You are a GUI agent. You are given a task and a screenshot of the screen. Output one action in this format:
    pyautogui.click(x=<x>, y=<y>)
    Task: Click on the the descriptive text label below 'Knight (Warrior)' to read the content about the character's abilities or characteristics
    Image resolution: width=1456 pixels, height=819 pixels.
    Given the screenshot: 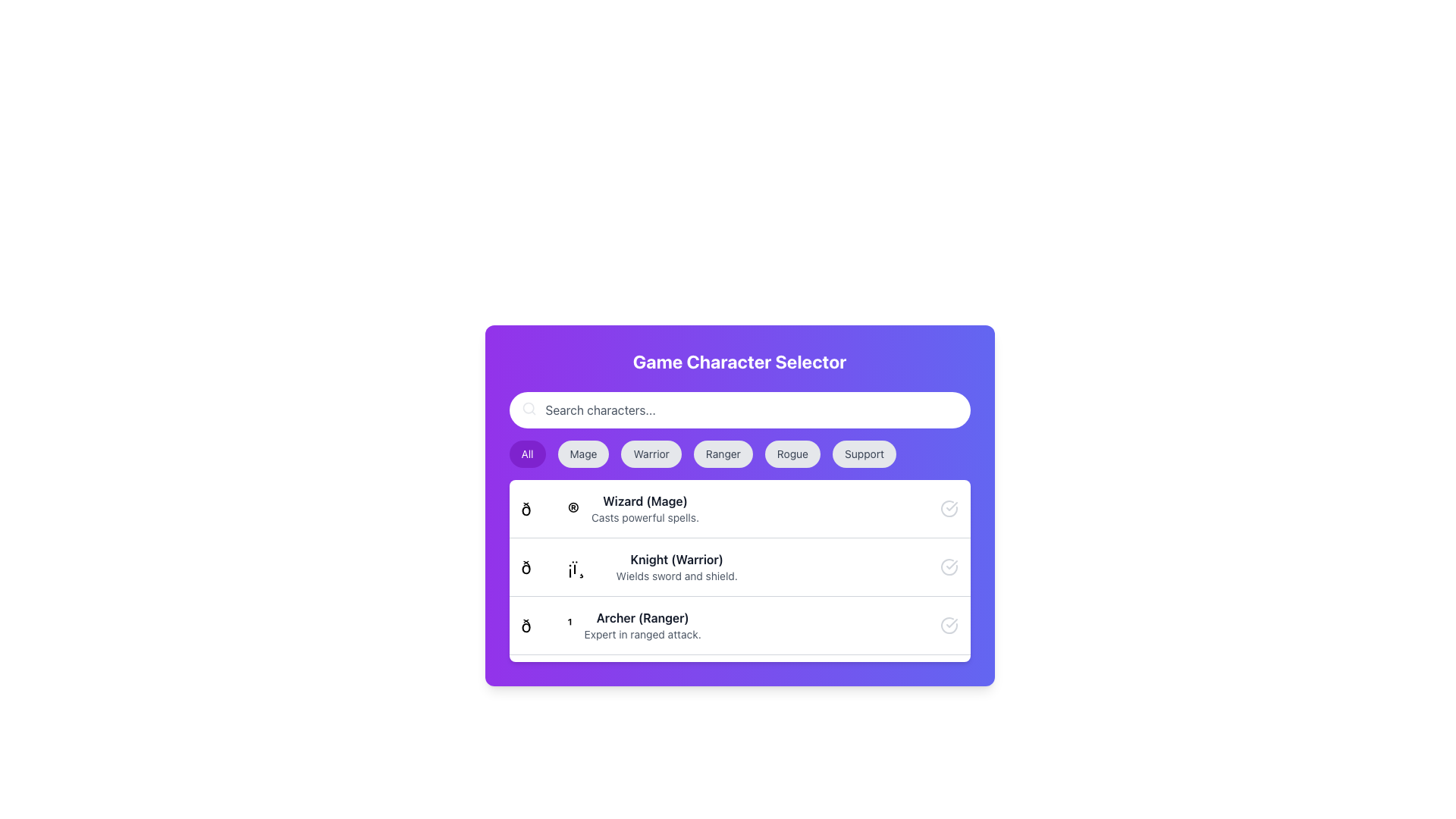 What is the action you would take?
    pyautogui.click(x=676, y=576)
    